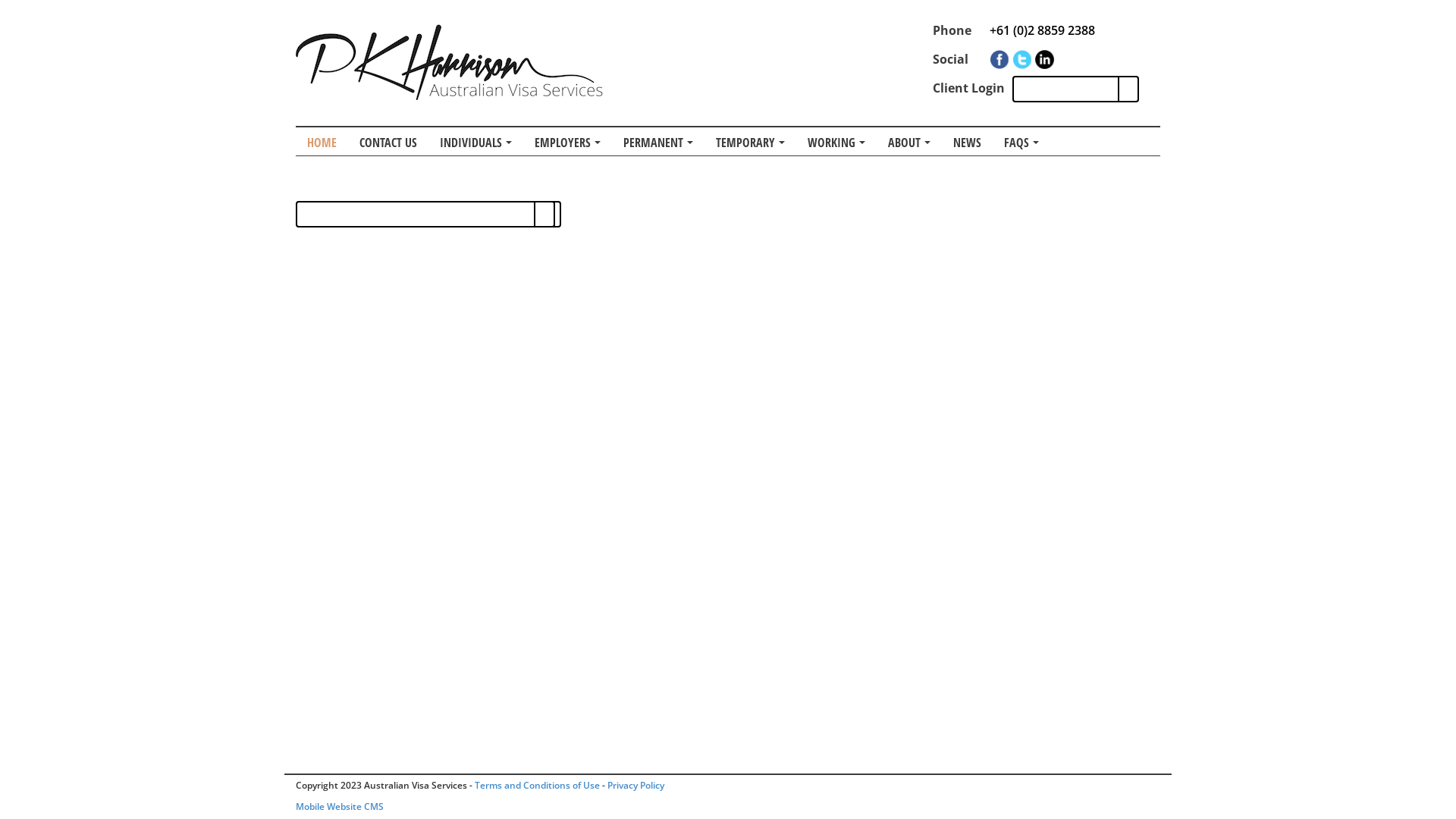 This screenshot has width=1456, height=819. What do you see at coordinates (388, 141) in the screenshot?
I see `'CONTACT US'` at bounding box center [388, 141].